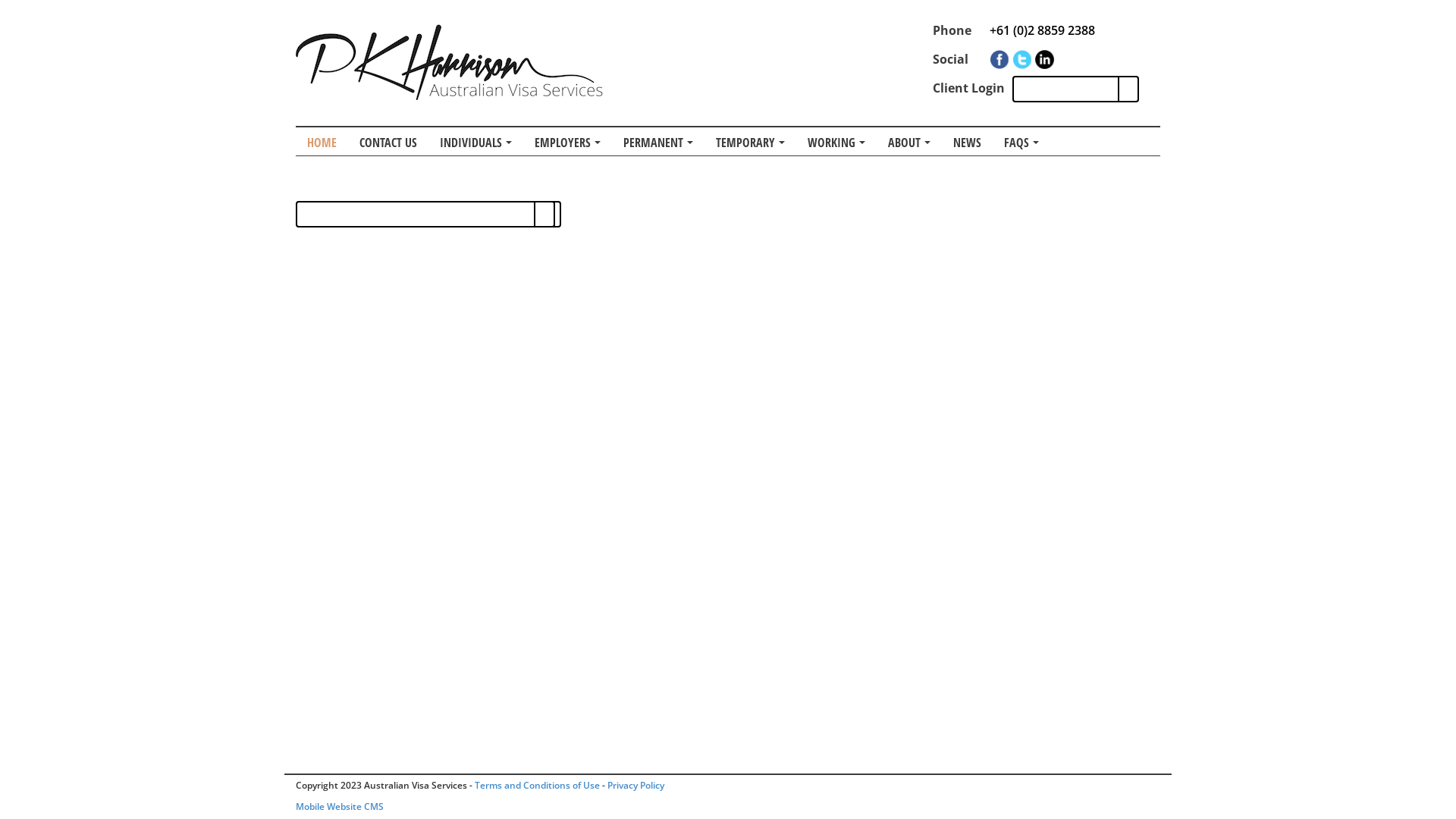 This screenshot has width=1456, height=819. What do you see at coordinates (388, 141) in the screenshot?
I see `'CONTACT US'` at bounding box center [388, 141].